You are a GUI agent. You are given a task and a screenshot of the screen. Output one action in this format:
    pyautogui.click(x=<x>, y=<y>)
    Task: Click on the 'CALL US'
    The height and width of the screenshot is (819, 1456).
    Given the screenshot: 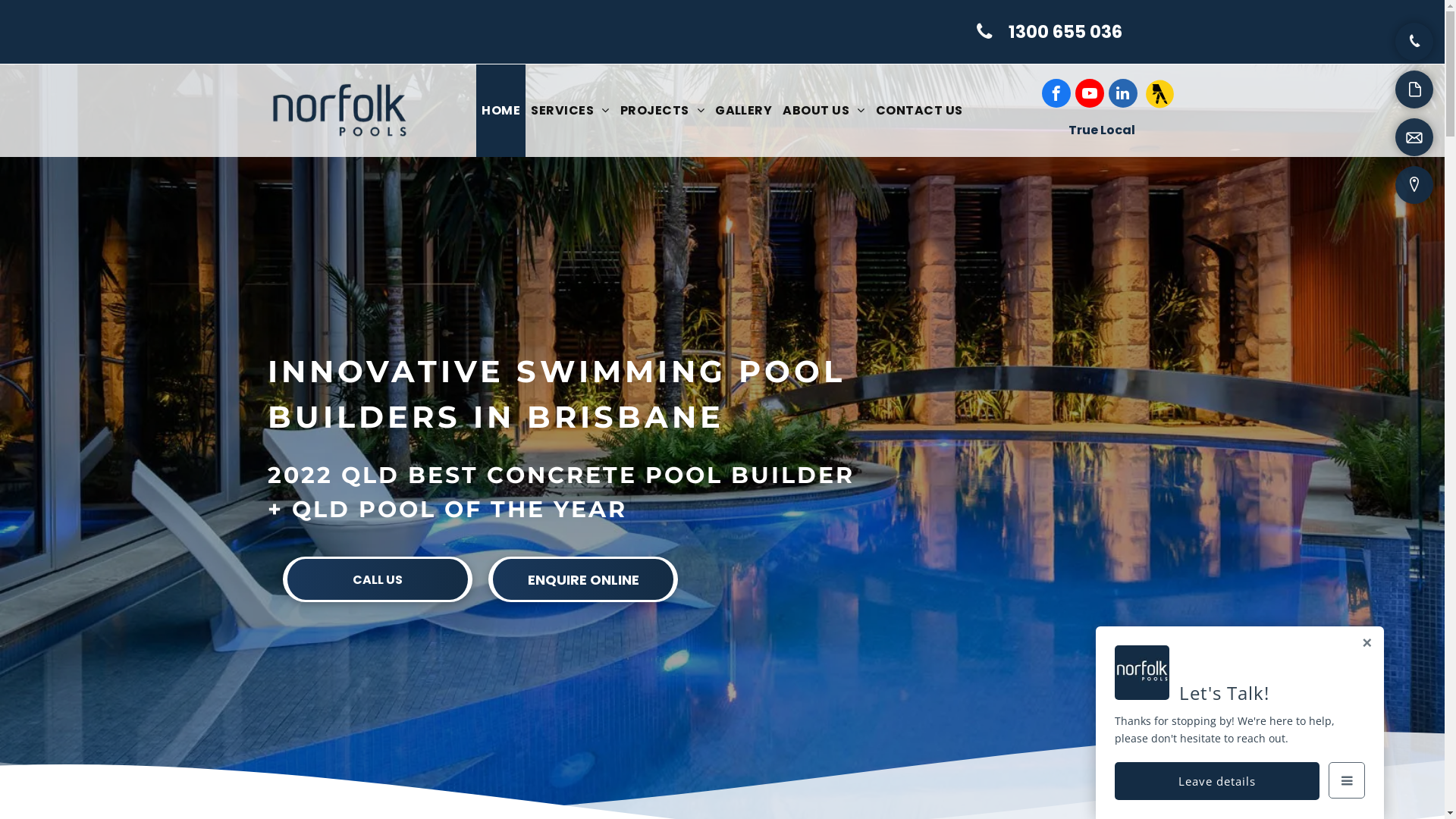 What is the action you would take?
    pyautogui.click(x=378, y=579)
    